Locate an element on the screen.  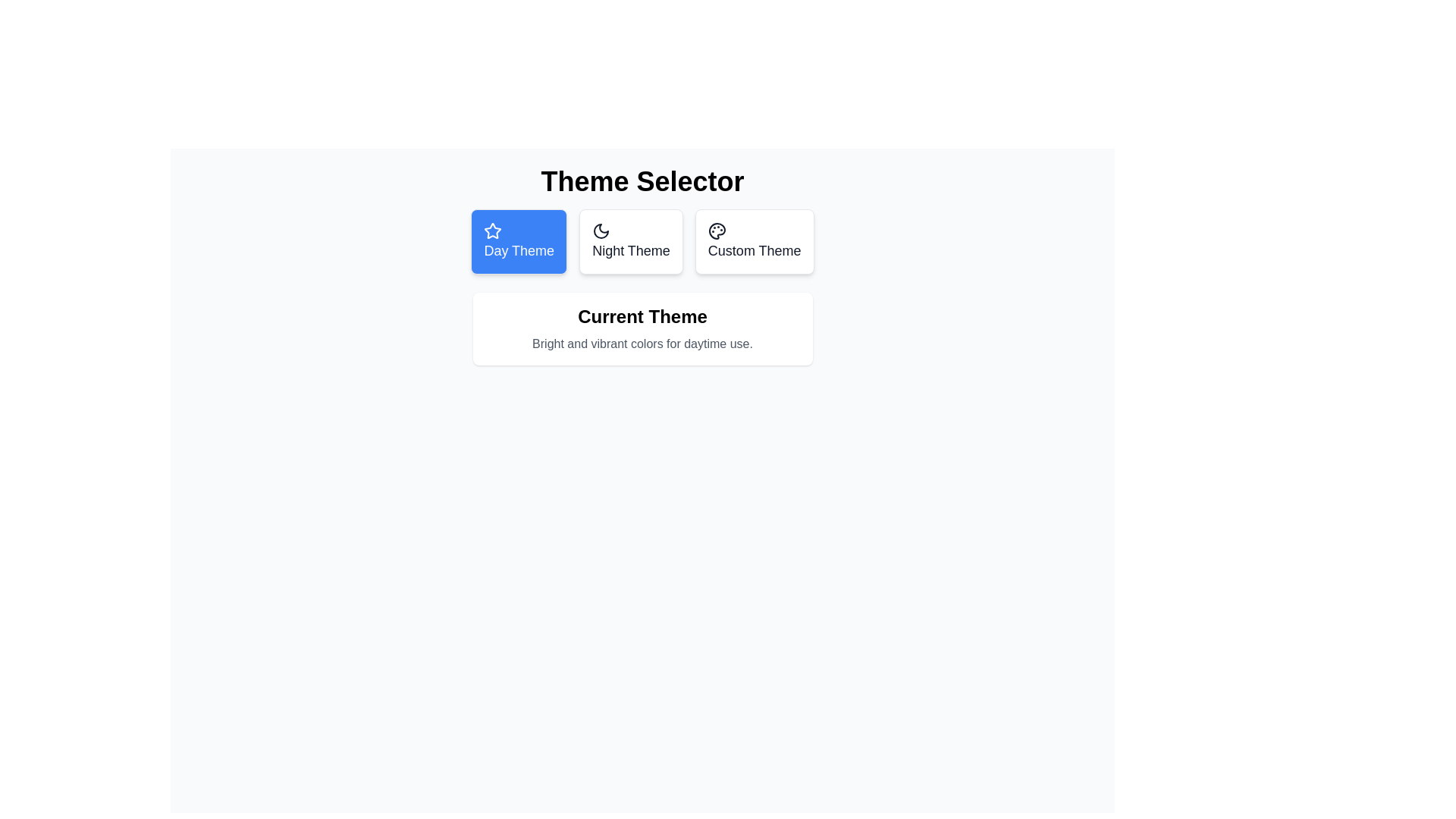
the theme button Custom Theme to observe its hover effect is located at coordinates (755, 241).